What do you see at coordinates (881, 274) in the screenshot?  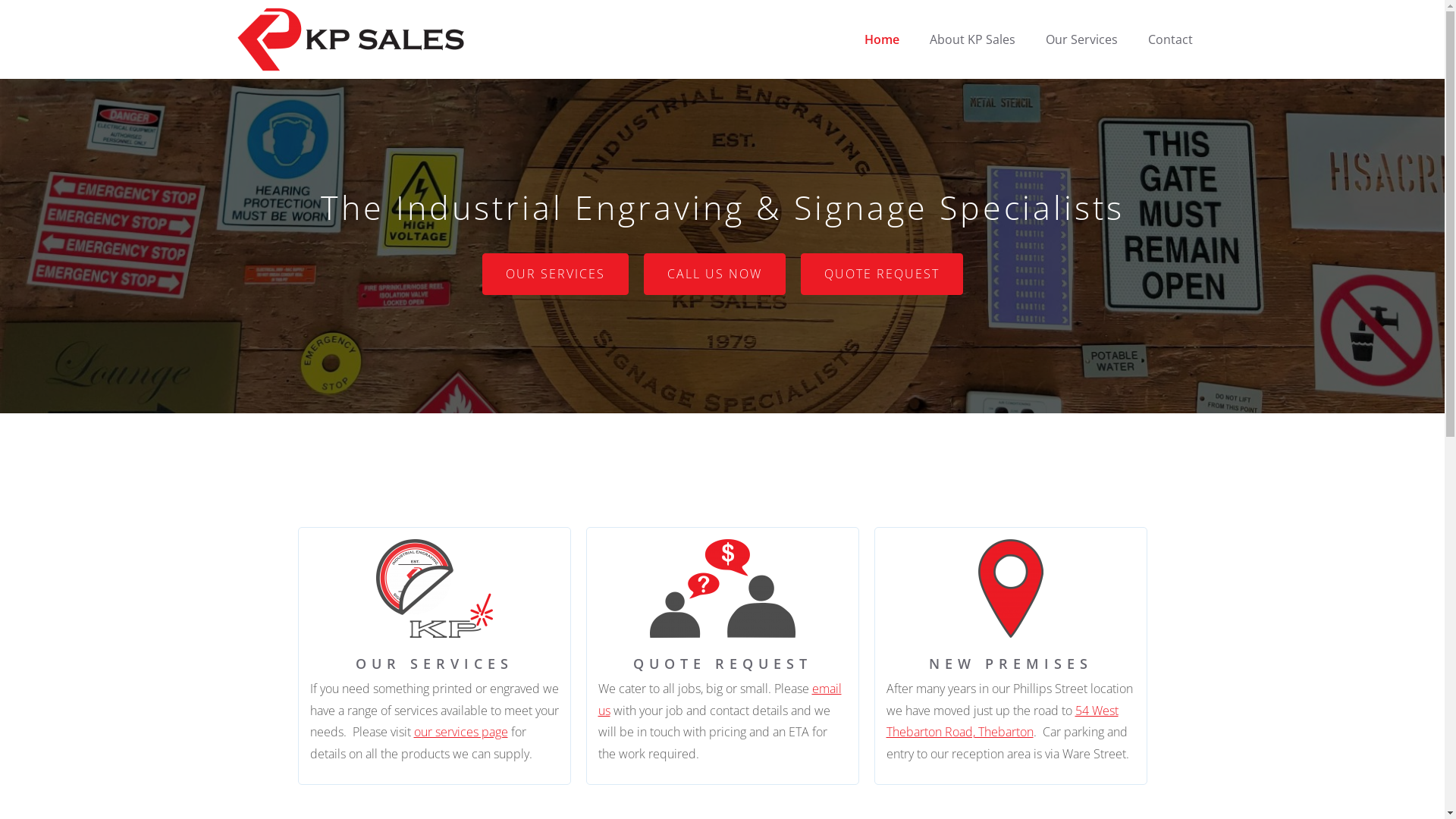 I see `'QUOTE REQUEST'` at bounding box center [881, 274].